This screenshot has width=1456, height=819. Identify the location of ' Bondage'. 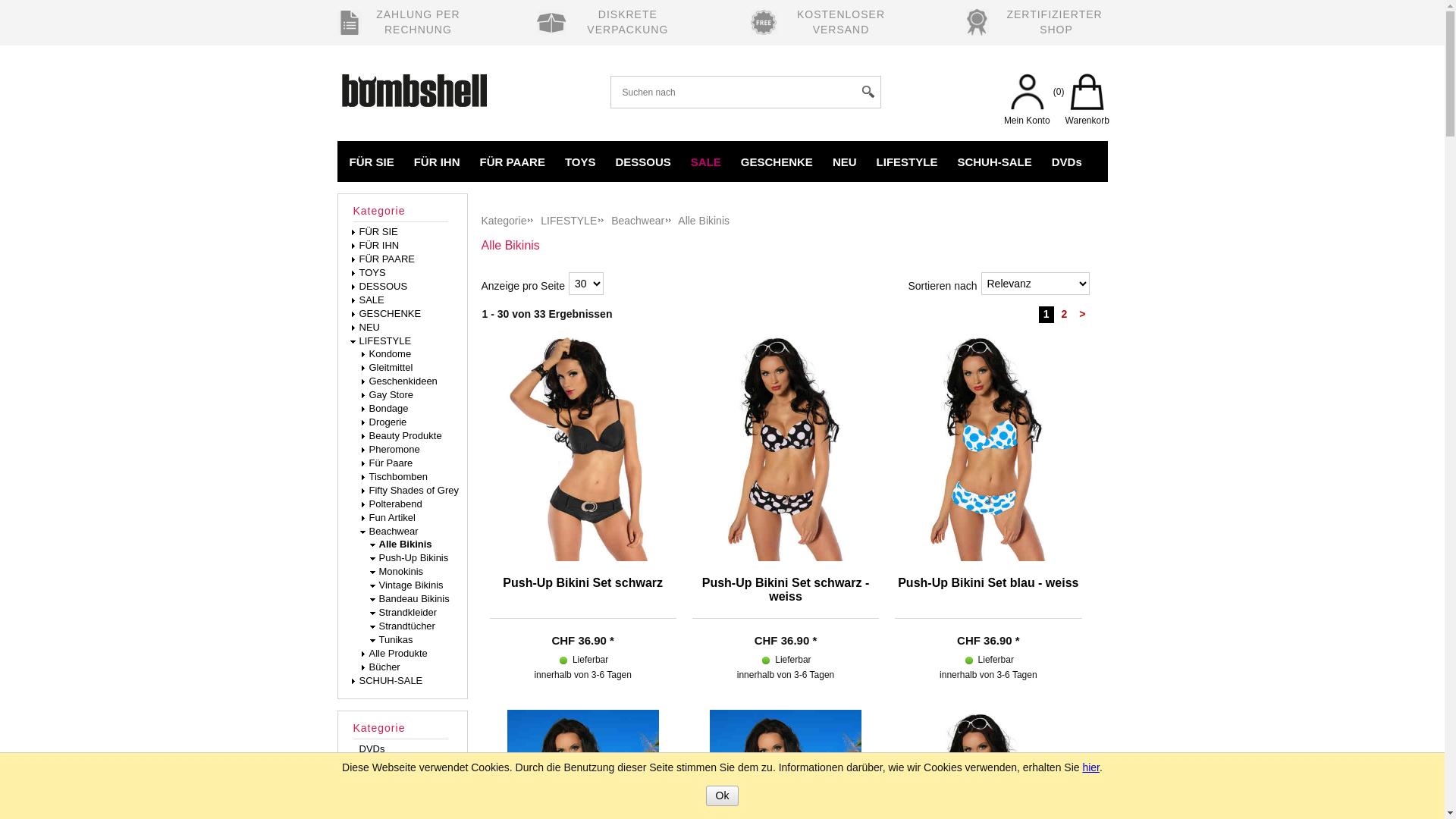
(389, 407).